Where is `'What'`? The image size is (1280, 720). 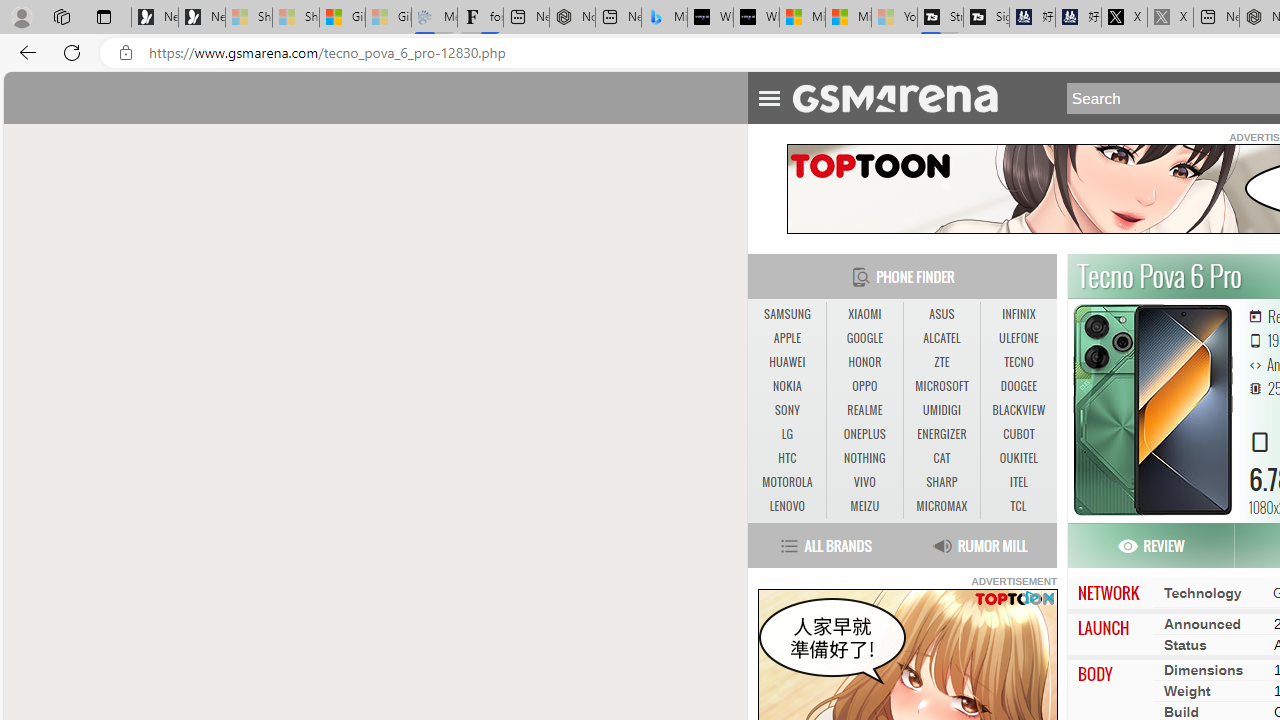 'What' is located at coordinates (755, 17).